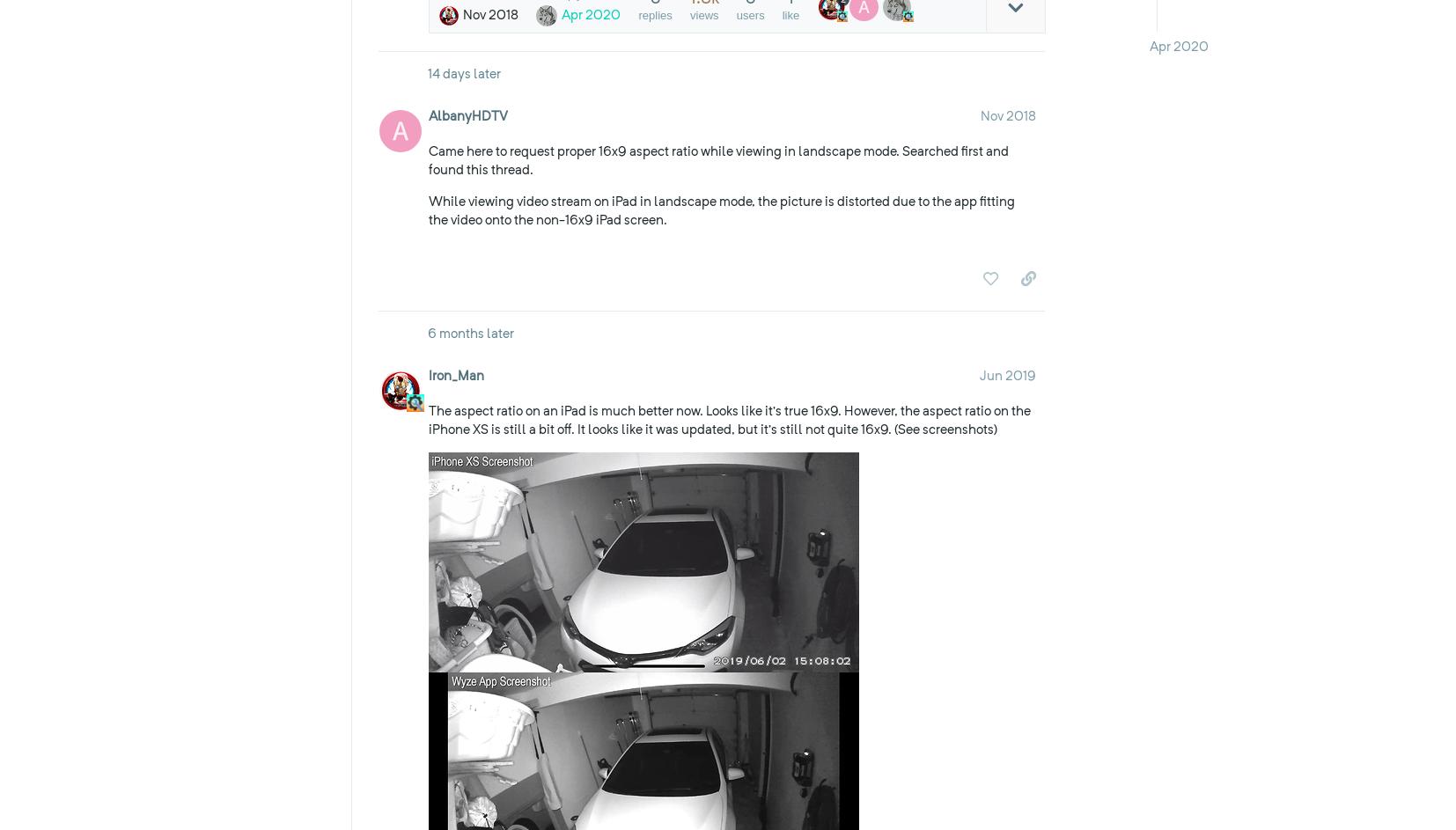  What do you see at coordinates (977, 375) in the screenshot?
I see `'Jun 2019'` at bounding box center [977, 375].